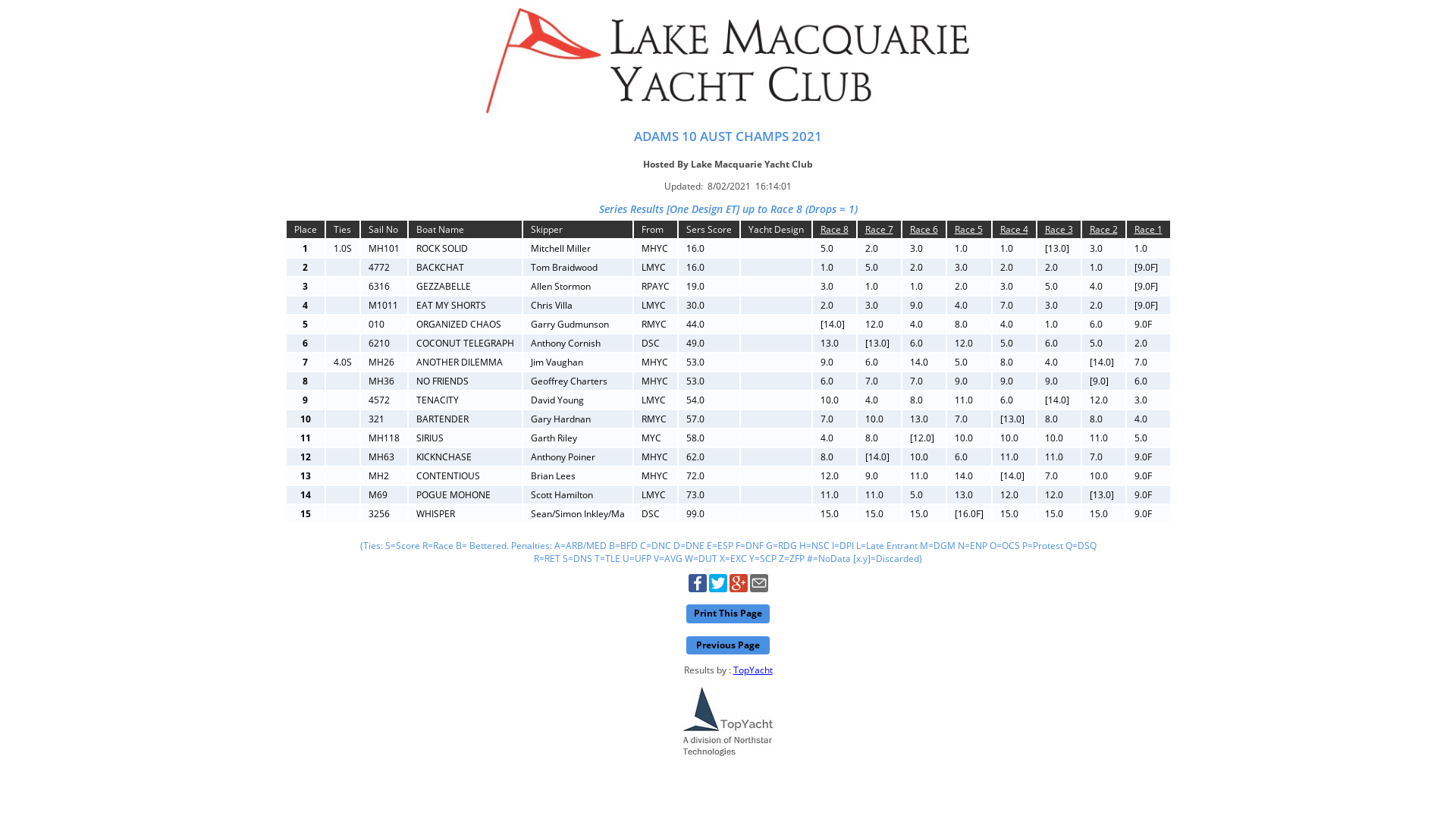  I want to click on 'Share on Google+', so click(739, 588).